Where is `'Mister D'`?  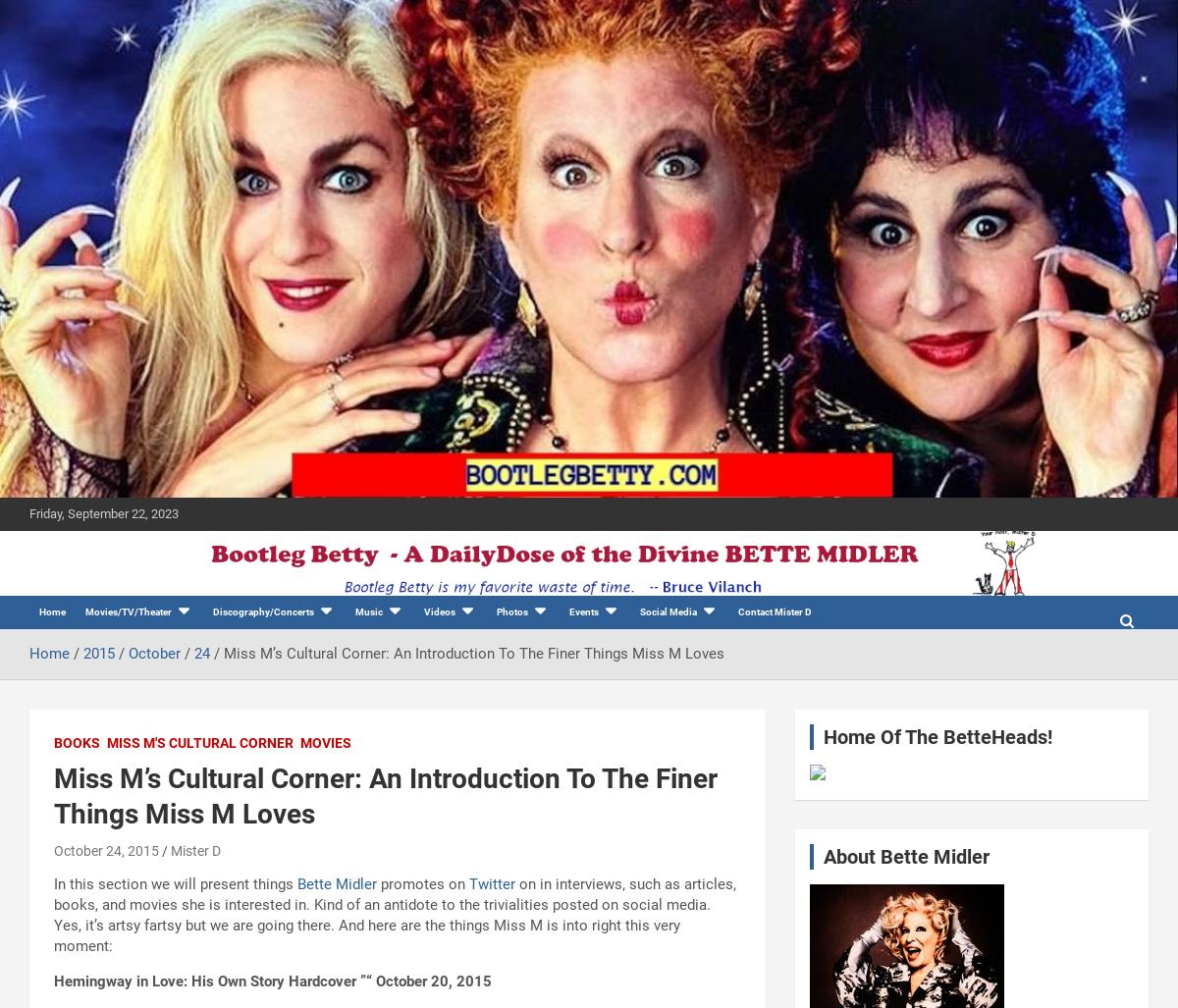 'Mister D' is located at coordinates (170, 849).